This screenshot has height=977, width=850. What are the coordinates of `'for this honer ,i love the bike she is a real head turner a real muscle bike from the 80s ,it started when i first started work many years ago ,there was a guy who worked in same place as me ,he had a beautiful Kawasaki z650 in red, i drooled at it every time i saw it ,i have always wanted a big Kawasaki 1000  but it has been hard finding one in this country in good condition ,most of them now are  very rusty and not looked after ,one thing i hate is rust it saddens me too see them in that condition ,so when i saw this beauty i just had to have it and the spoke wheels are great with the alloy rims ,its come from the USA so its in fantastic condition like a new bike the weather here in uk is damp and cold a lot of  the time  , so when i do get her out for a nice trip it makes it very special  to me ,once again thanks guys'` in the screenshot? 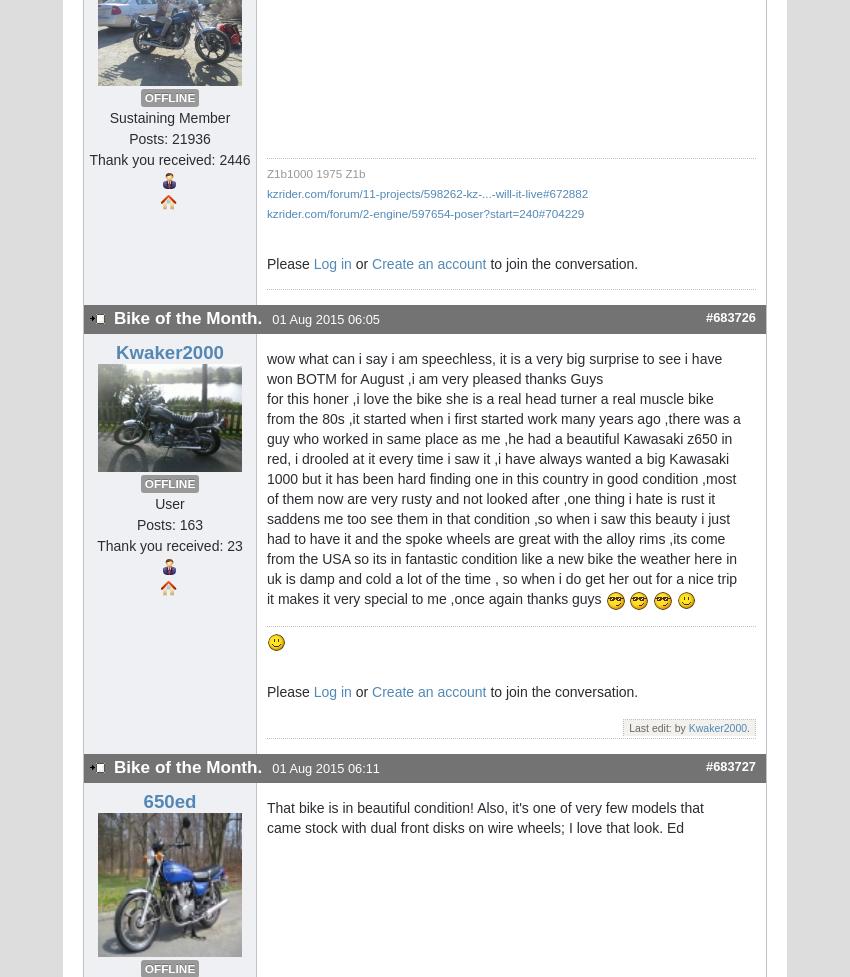 It's located at (503, 497).